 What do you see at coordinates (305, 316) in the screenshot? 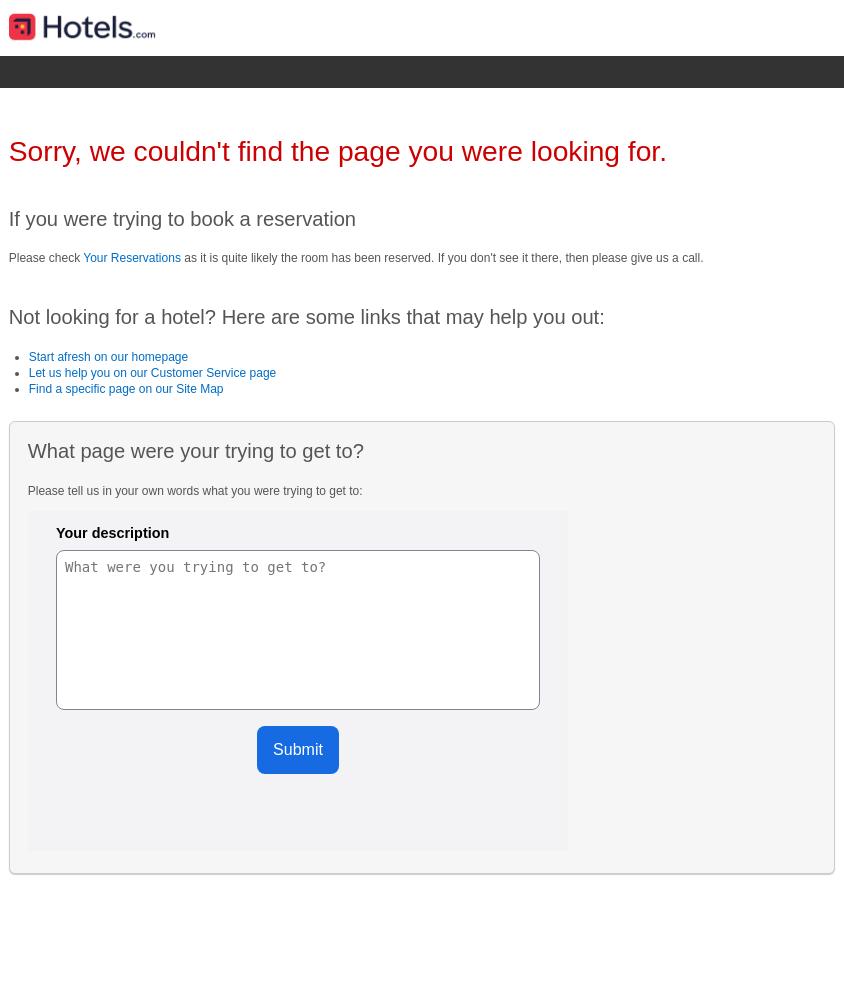
I see `'Not looking for a hotel? Here are some links that may help you out:'` at bounding box center [305, 316].